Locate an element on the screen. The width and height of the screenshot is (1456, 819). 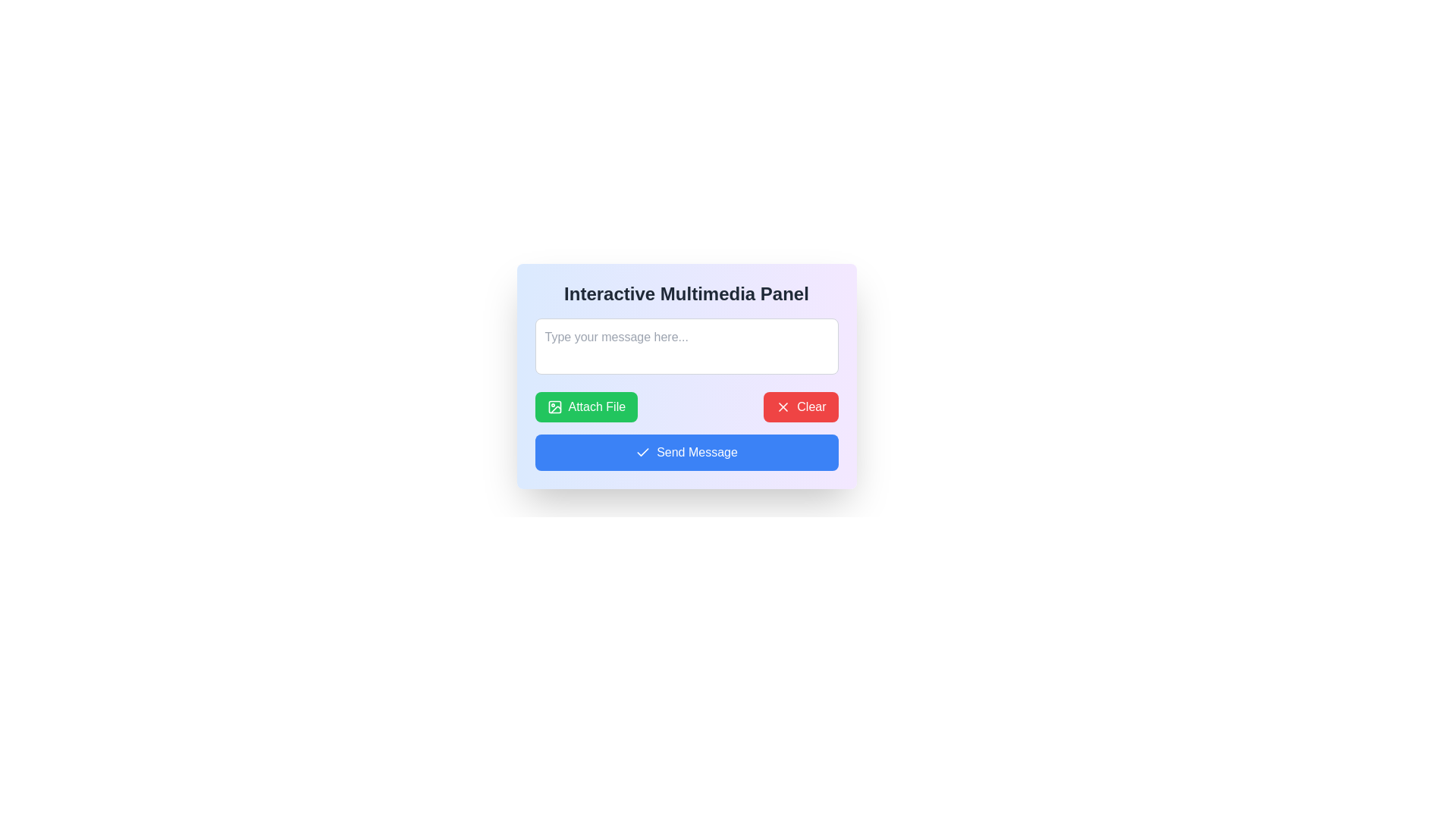
the small green rectangle with rounded corners located to the left of the 'Attach File' button is located at coordinates (554, 406).